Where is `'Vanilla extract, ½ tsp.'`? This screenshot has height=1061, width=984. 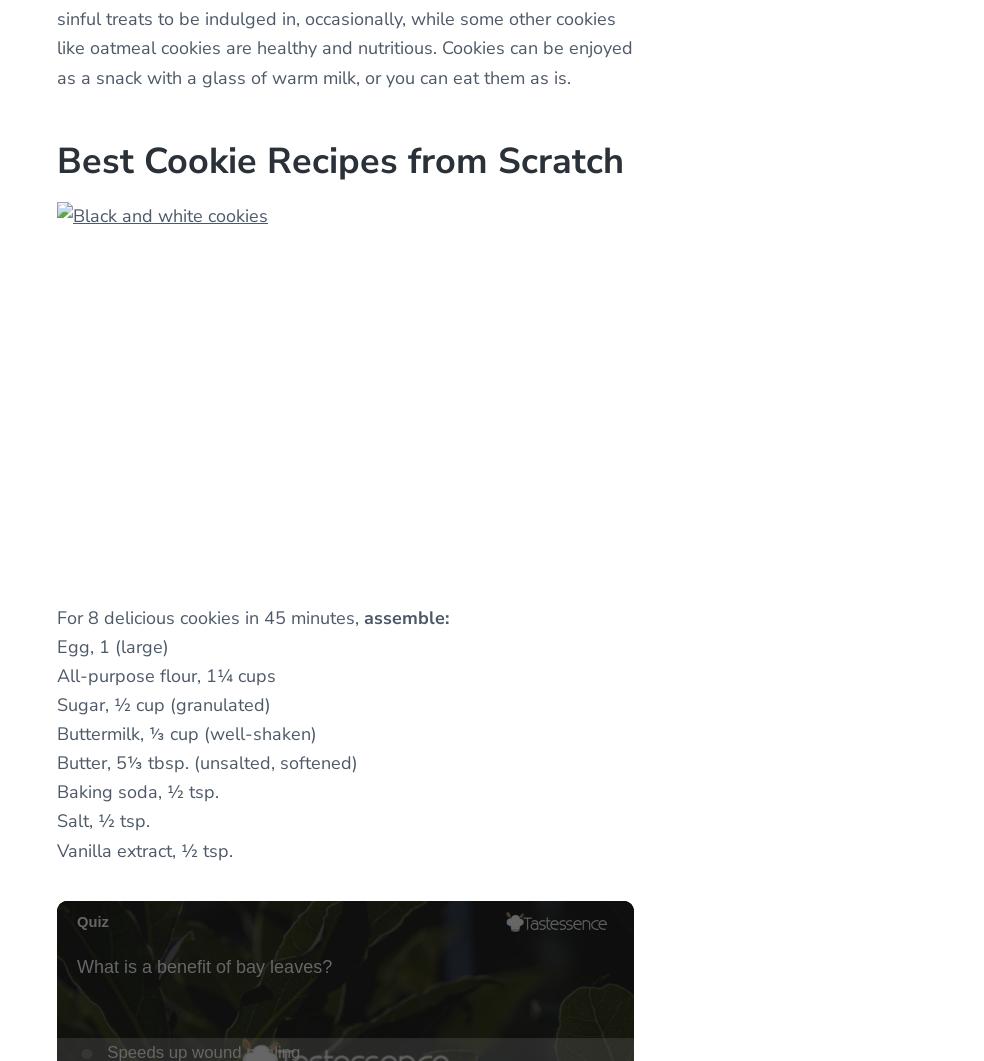
'Vanilla extract, ½ tsp.' is located at coordinates (145, 849).